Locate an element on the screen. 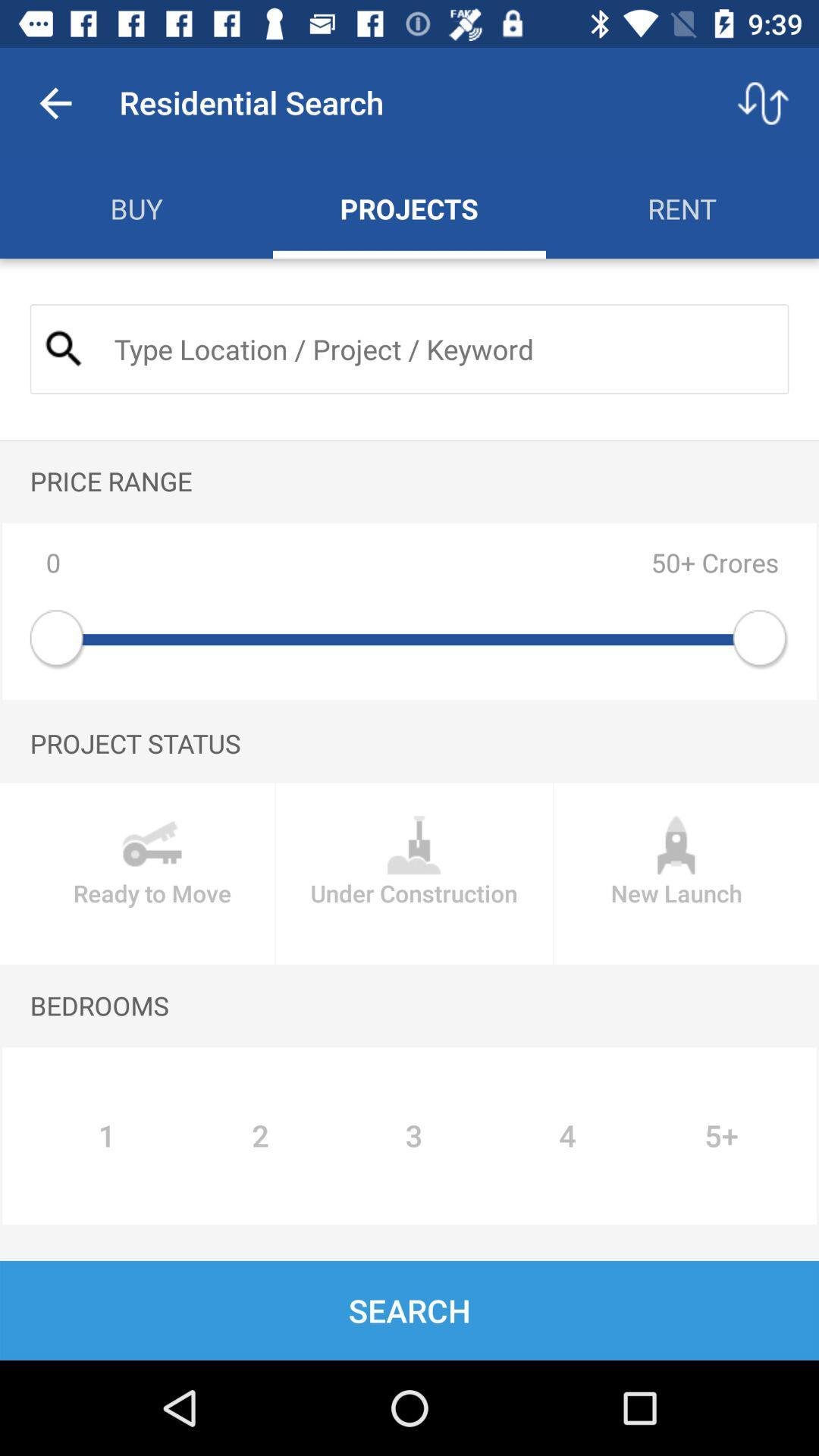 The height and width of the screenshot is (1456, 819). the ready to move is located at coordinates (152, 874).